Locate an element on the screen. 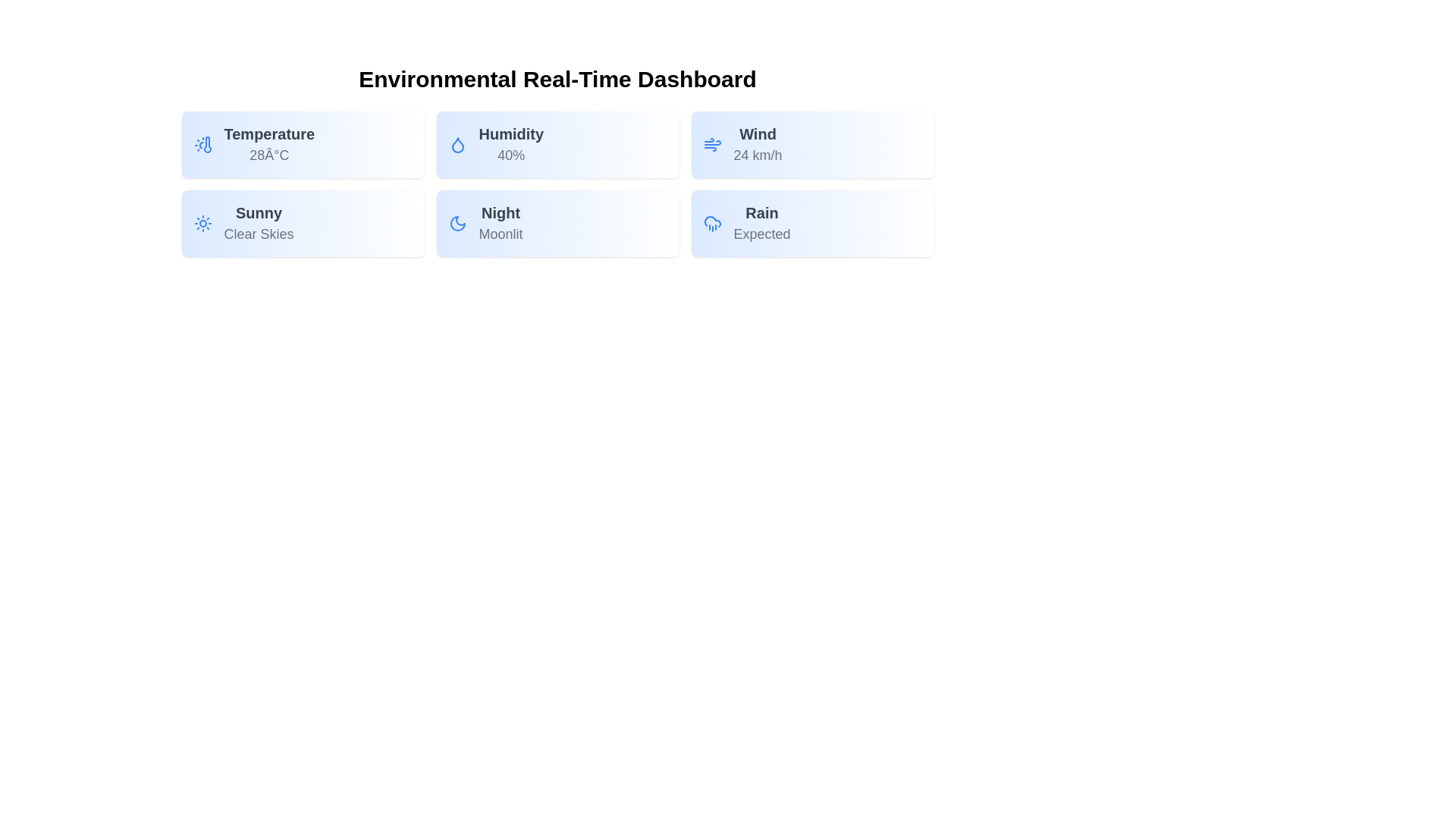 This screenshot has width=1456, height=819. the hollow line design forming a curve indicative of wind gusts, located in the top-right card labeled 'Wind 24 km/h' in the dashboard is located at coordinates (711, 143).